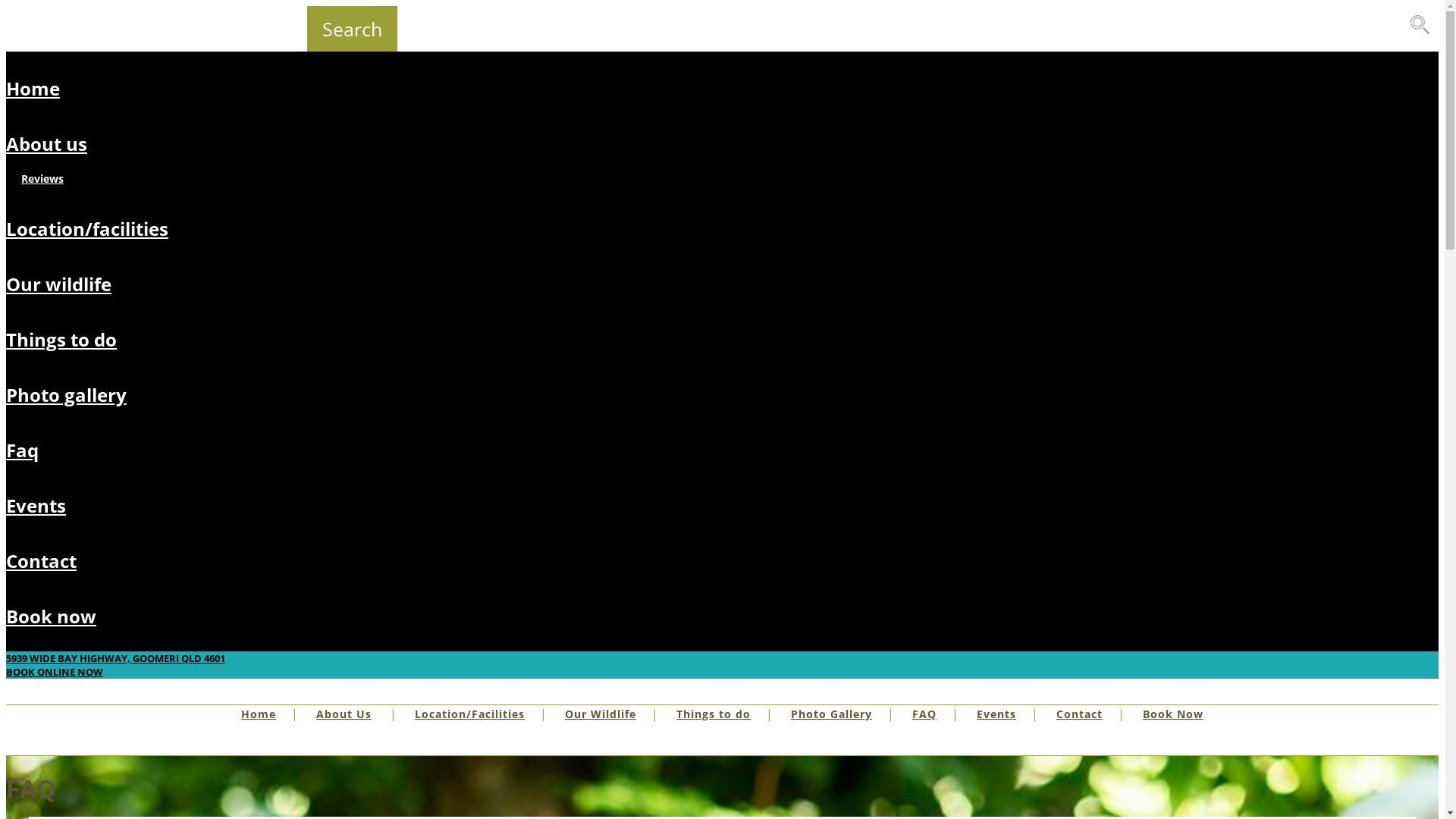 The image size is (1456, 819). I want to click on 'photo gallery', so click(65, 394).